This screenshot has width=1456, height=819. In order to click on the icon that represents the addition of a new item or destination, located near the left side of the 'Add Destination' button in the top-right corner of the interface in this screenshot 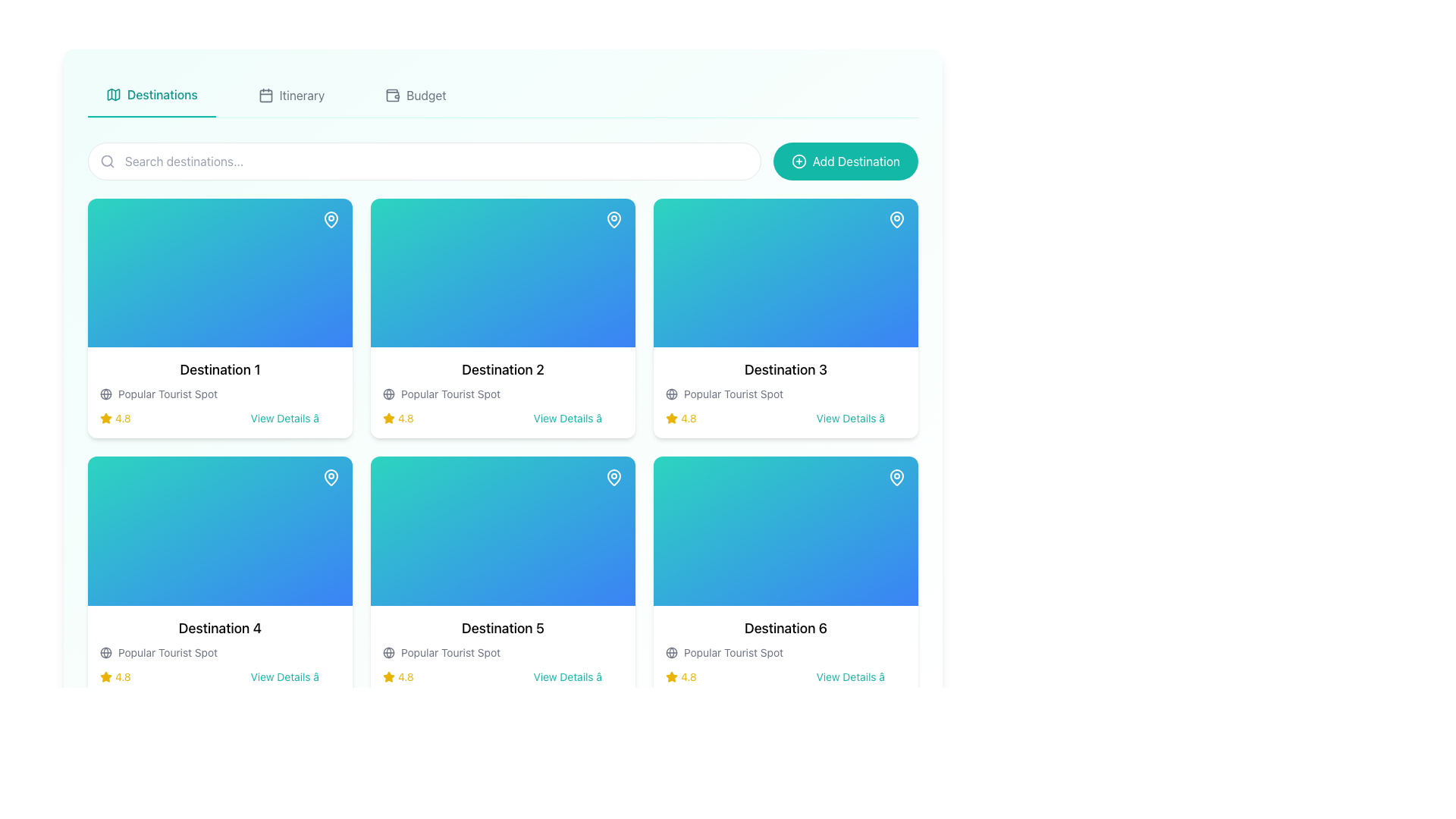, I will do `click(798, 161)`.